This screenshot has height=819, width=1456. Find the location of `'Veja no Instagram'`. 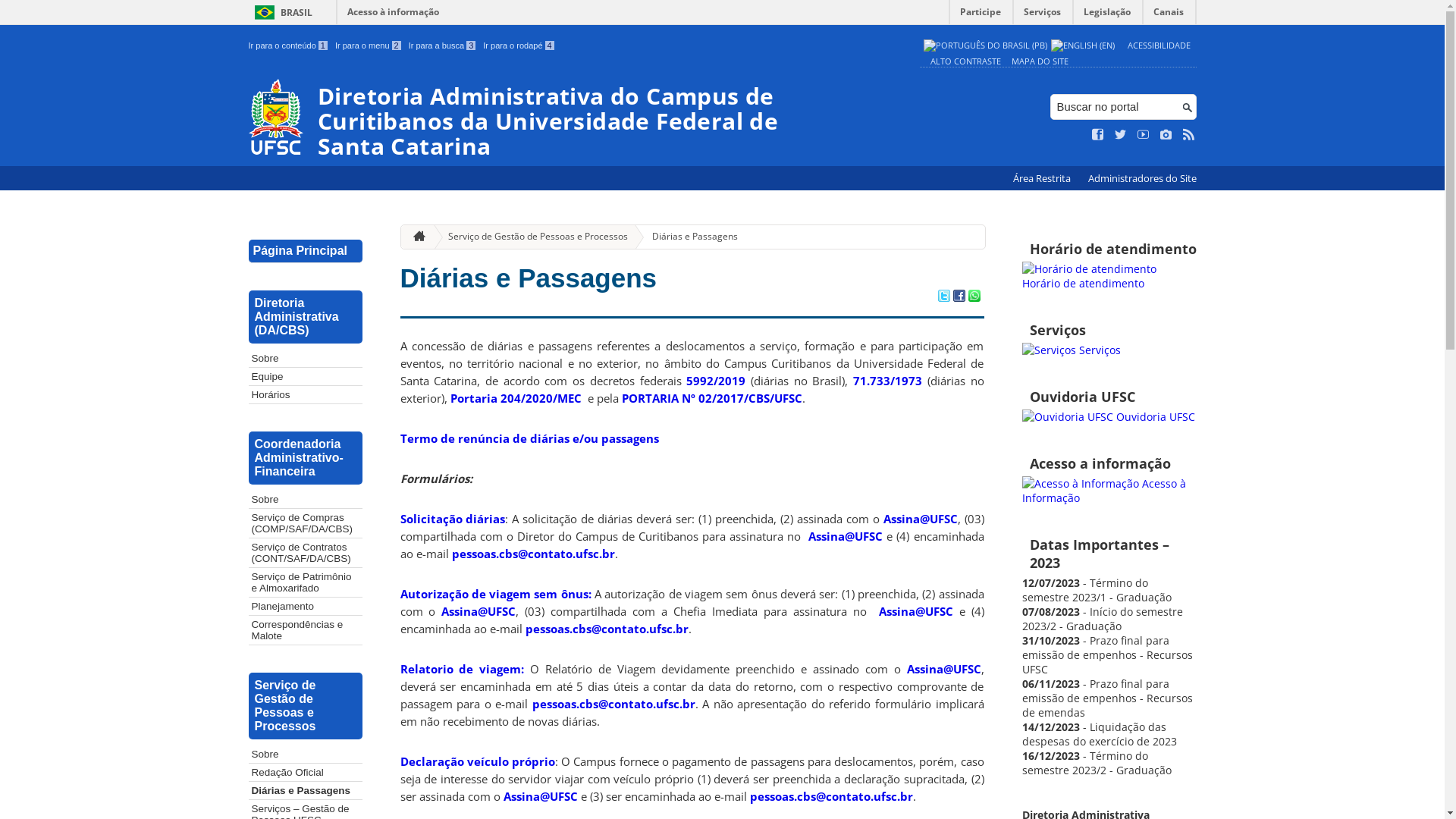

'Veja no Instagram' is located at coordinates (1165, 133).